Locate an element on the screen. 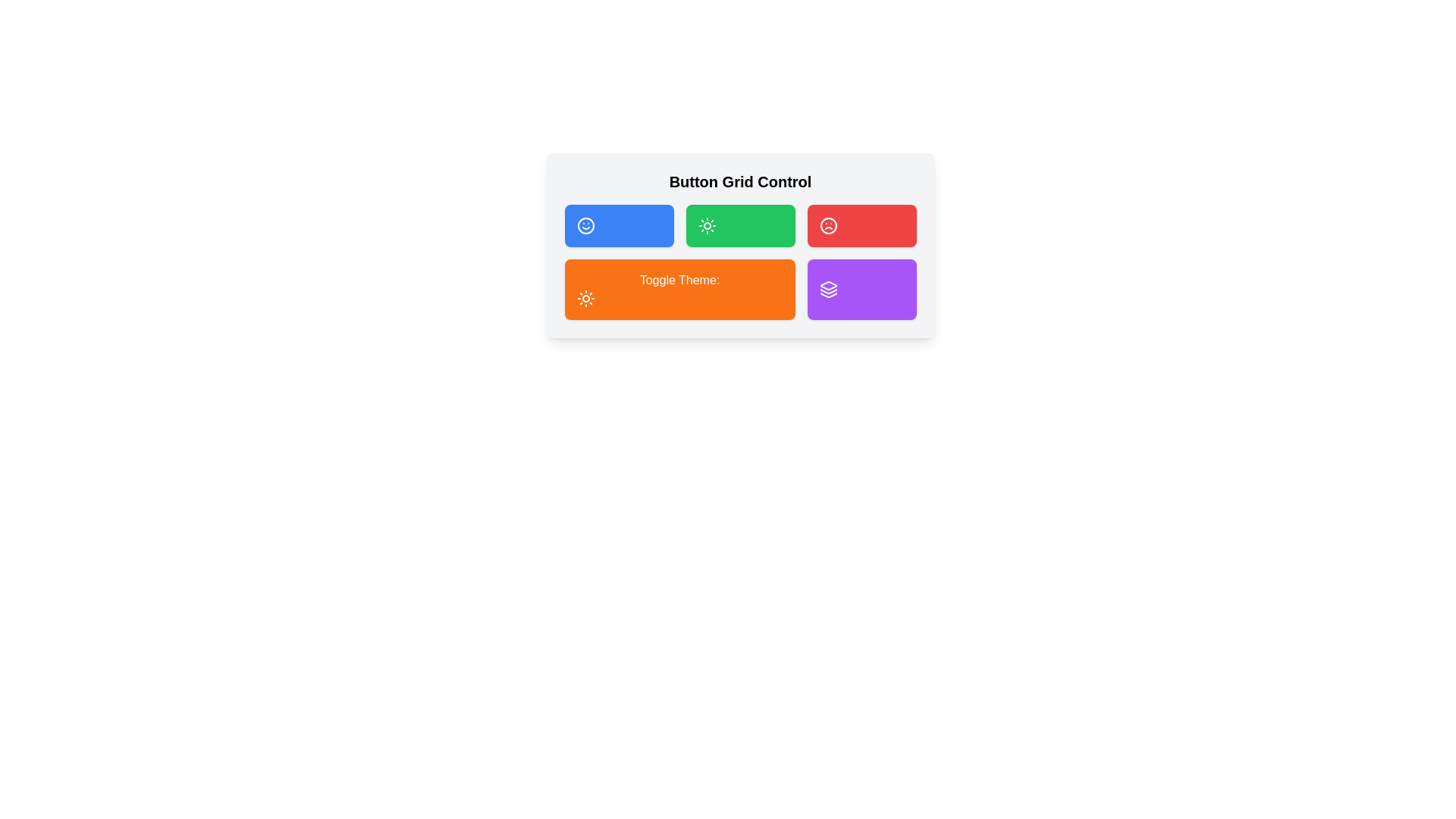 The height and width of the screenshot is (819, 1456). the rounded rectangular button with an orange background and white text reading 'Toggle Theme:' is located at coordinates (679, 289).